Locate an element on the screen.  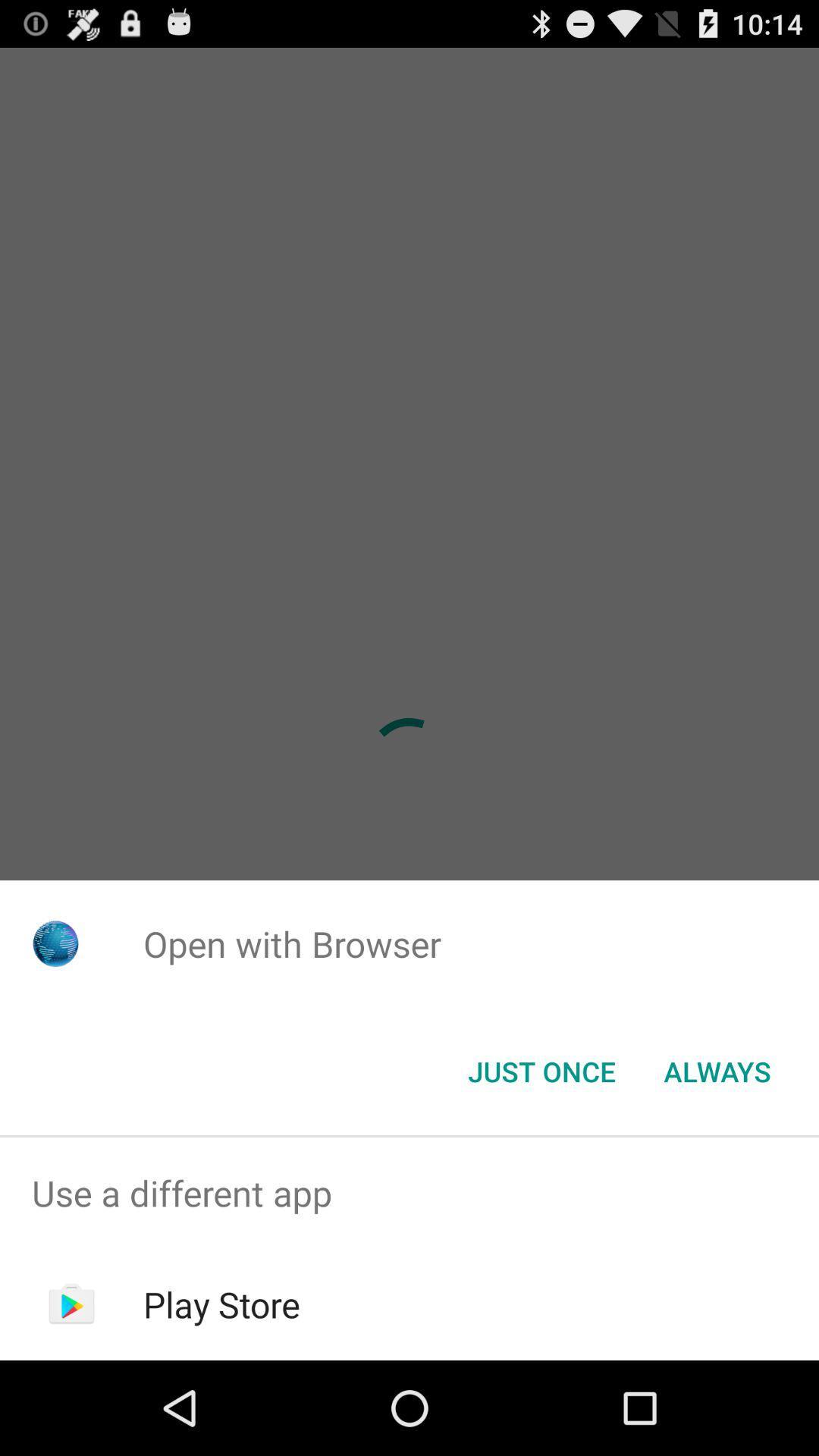
the item next to always is located at coordinates (541, 1070).